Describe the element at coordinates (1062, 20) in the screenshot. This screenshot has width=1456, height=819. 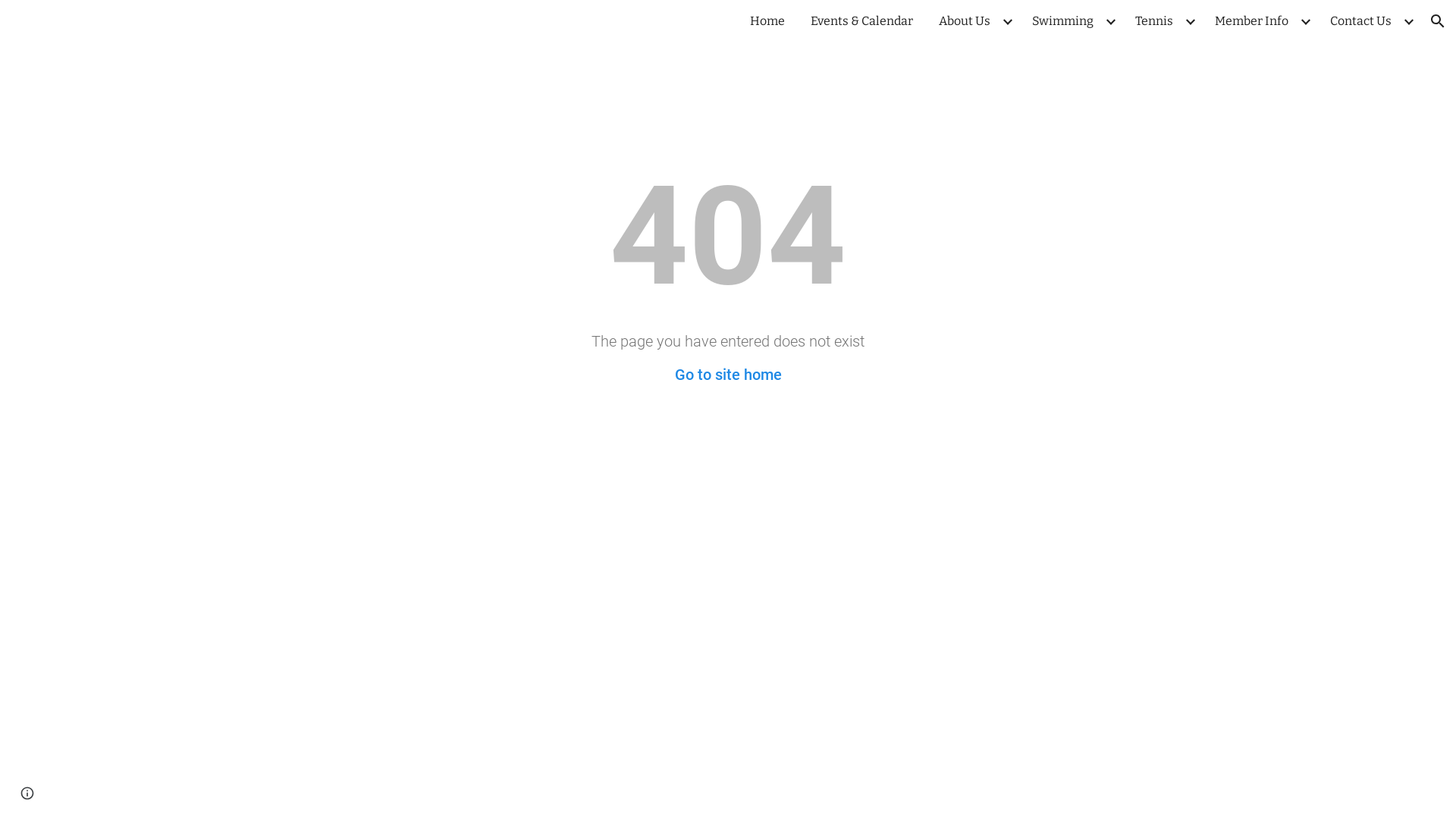
I see `'Swimming'` at that location.